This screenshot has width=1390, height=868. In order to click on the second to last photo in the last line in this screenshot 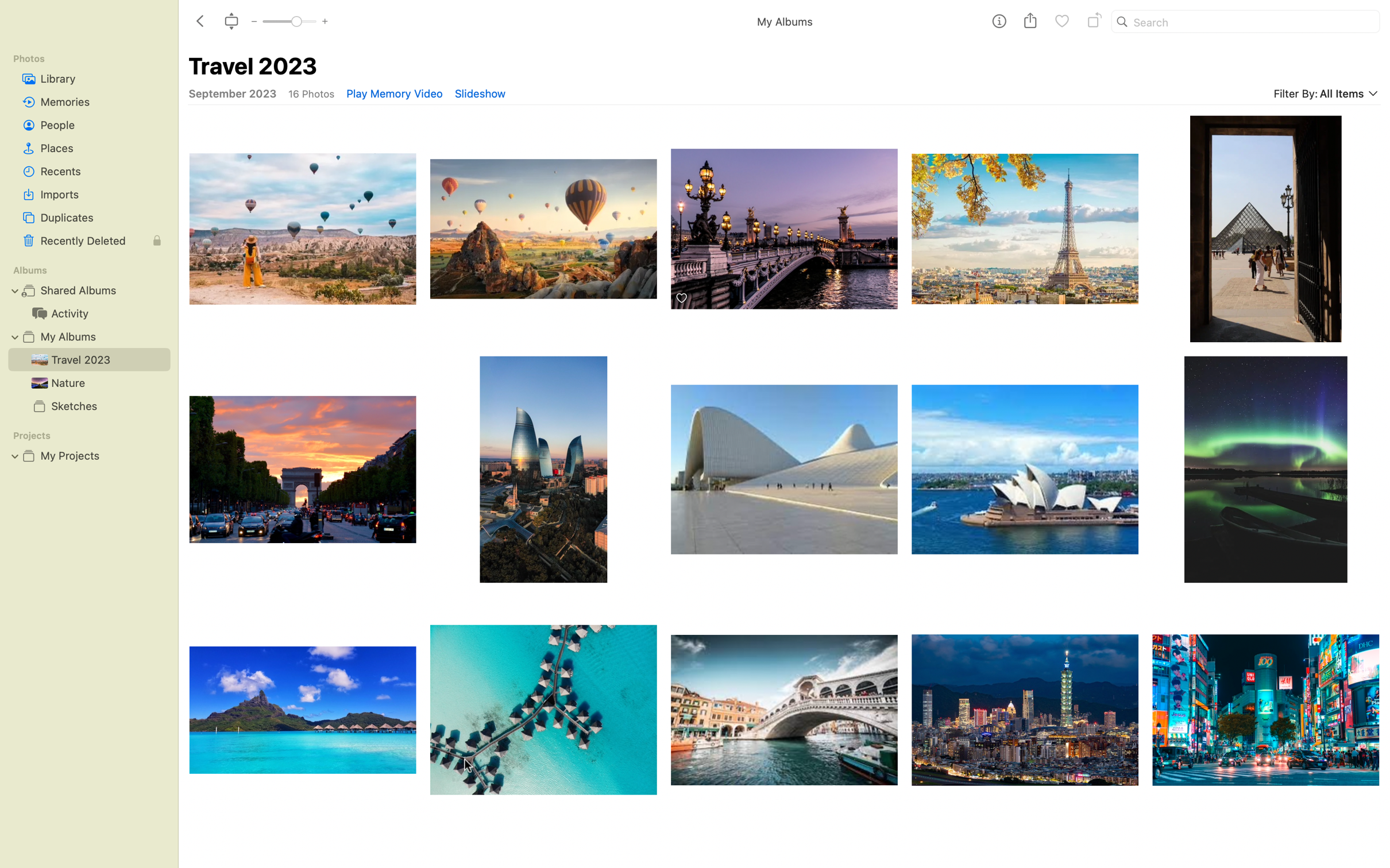, I will do `click(1025, 723)`.